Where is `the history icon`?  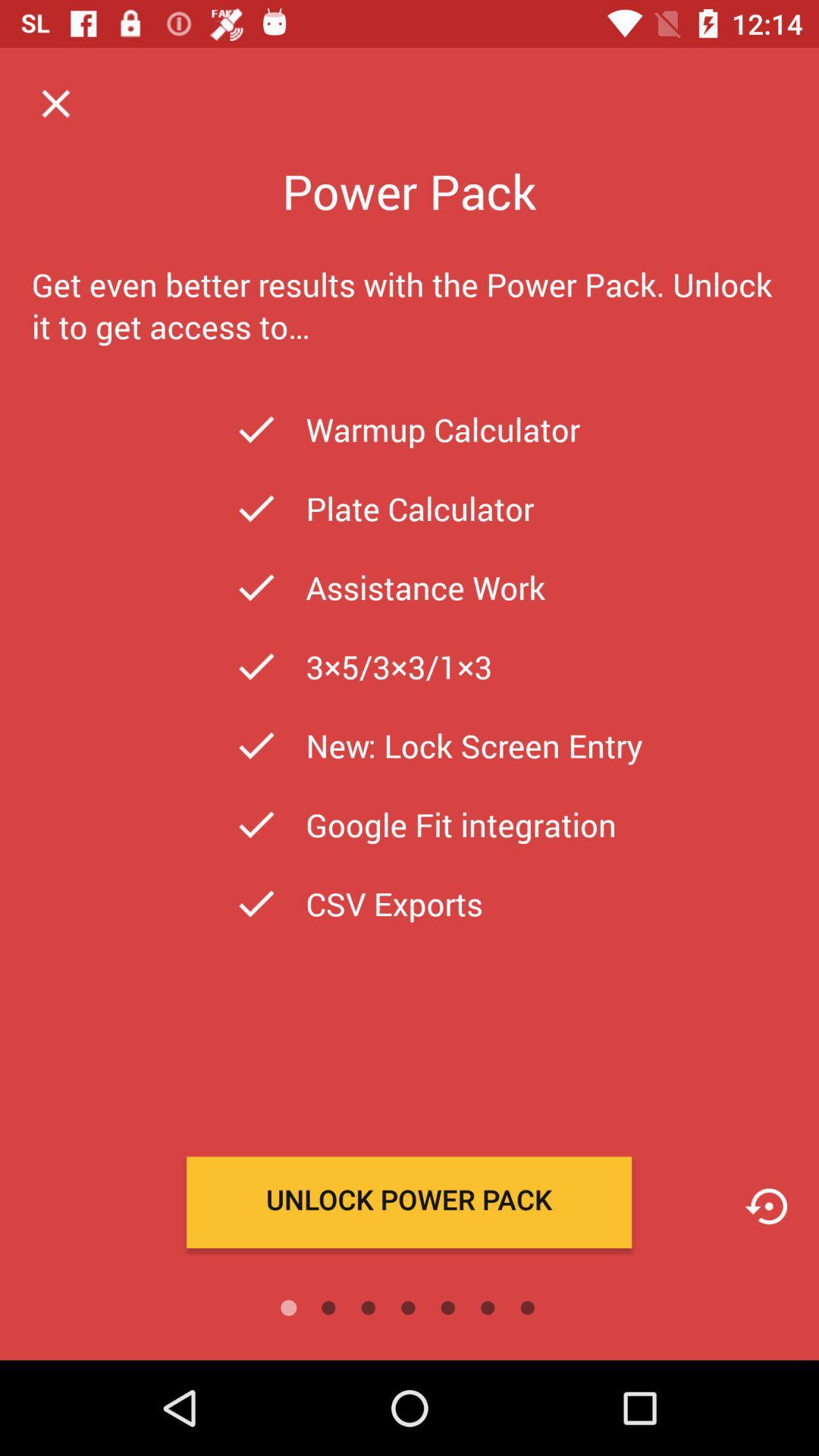
the history icon is located at coordinates (766, 1206).